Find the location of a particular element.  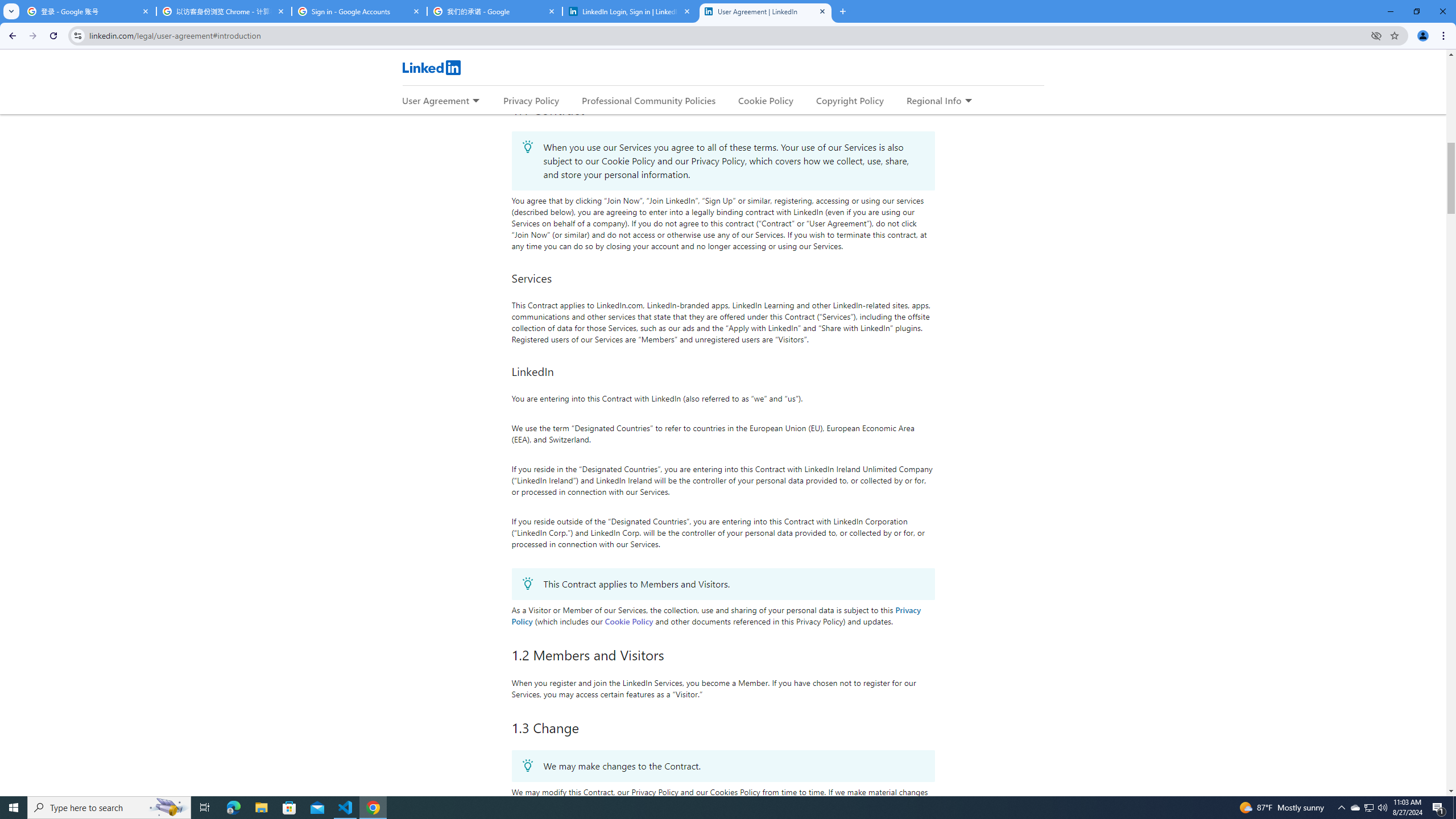

'Professional Community Policies' is located at coordinates (649, 100).